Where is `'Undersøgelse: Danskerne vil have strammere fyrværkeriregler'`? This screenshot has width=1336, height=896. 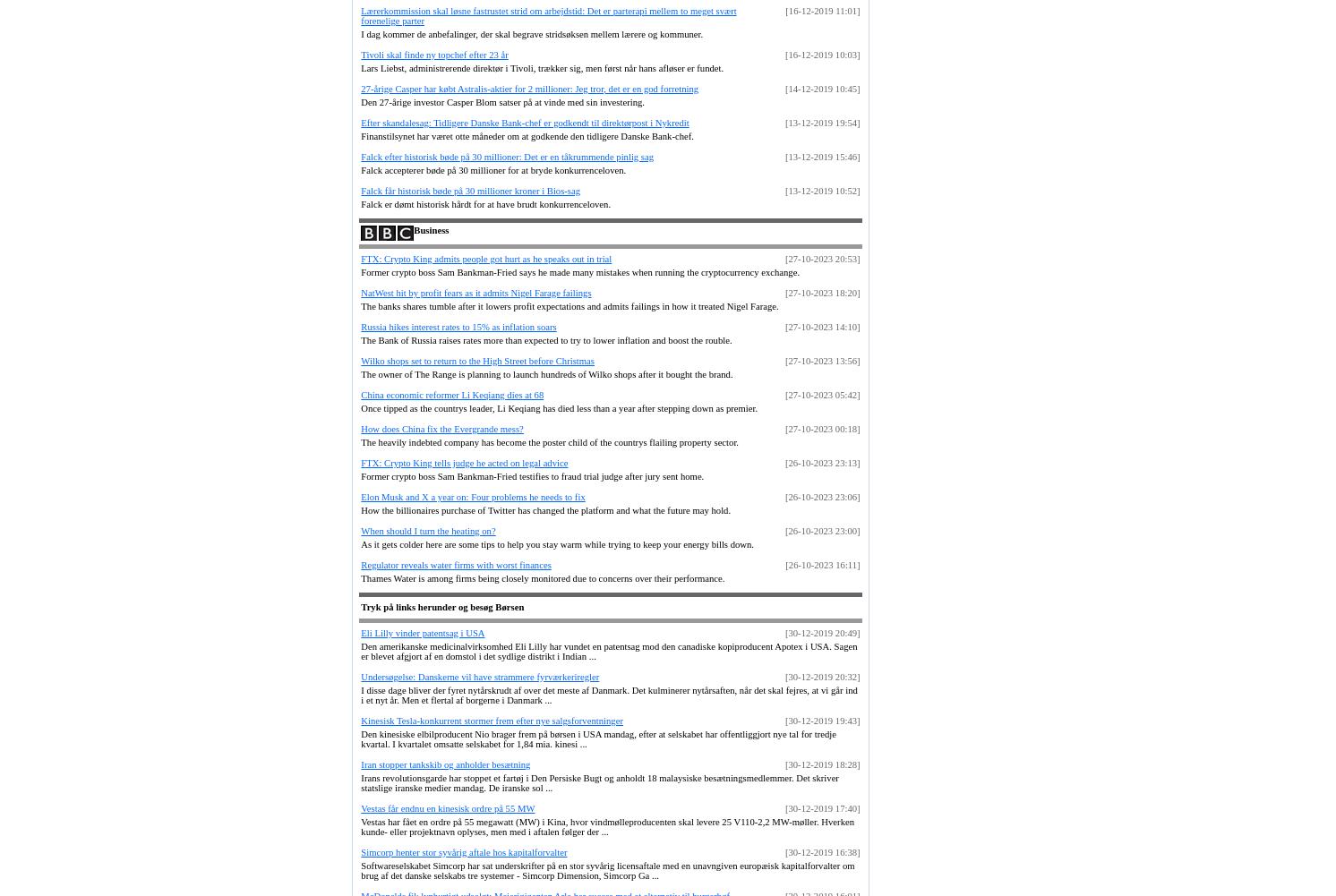 'Undersøgelse: Danskerne vil have strammere fyrværkeriregler' is located at coordinates (359, 676).